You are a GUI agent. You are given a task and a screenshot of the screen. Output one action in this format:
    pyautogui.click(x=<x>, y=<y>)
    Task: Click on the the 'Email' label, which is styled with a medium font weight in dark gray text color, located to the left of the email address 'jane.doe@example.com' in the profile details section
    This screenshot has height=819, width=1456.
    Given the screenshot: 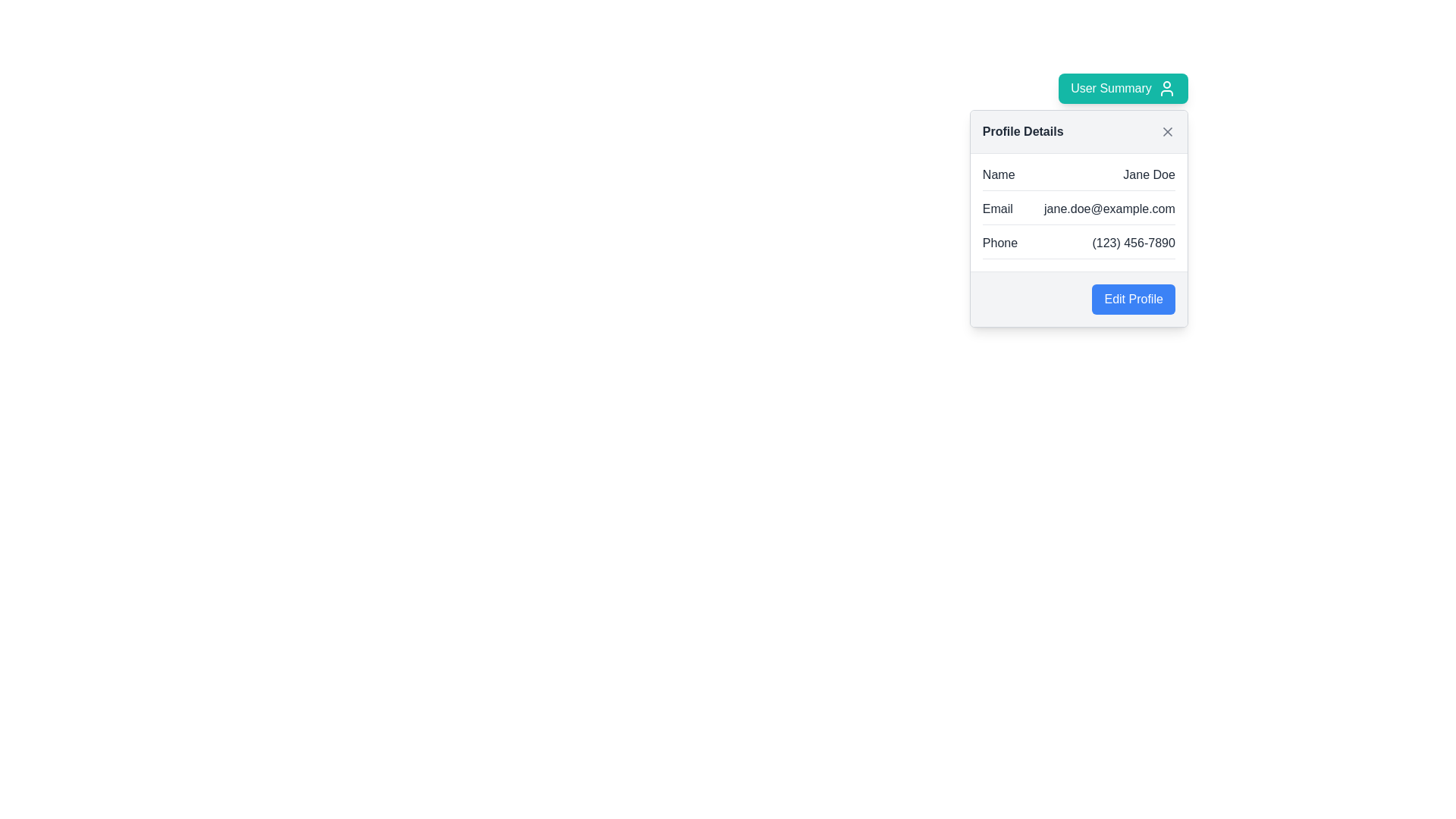 What is the action you would take?
    pyautogui.click(x=997, y=209)
    